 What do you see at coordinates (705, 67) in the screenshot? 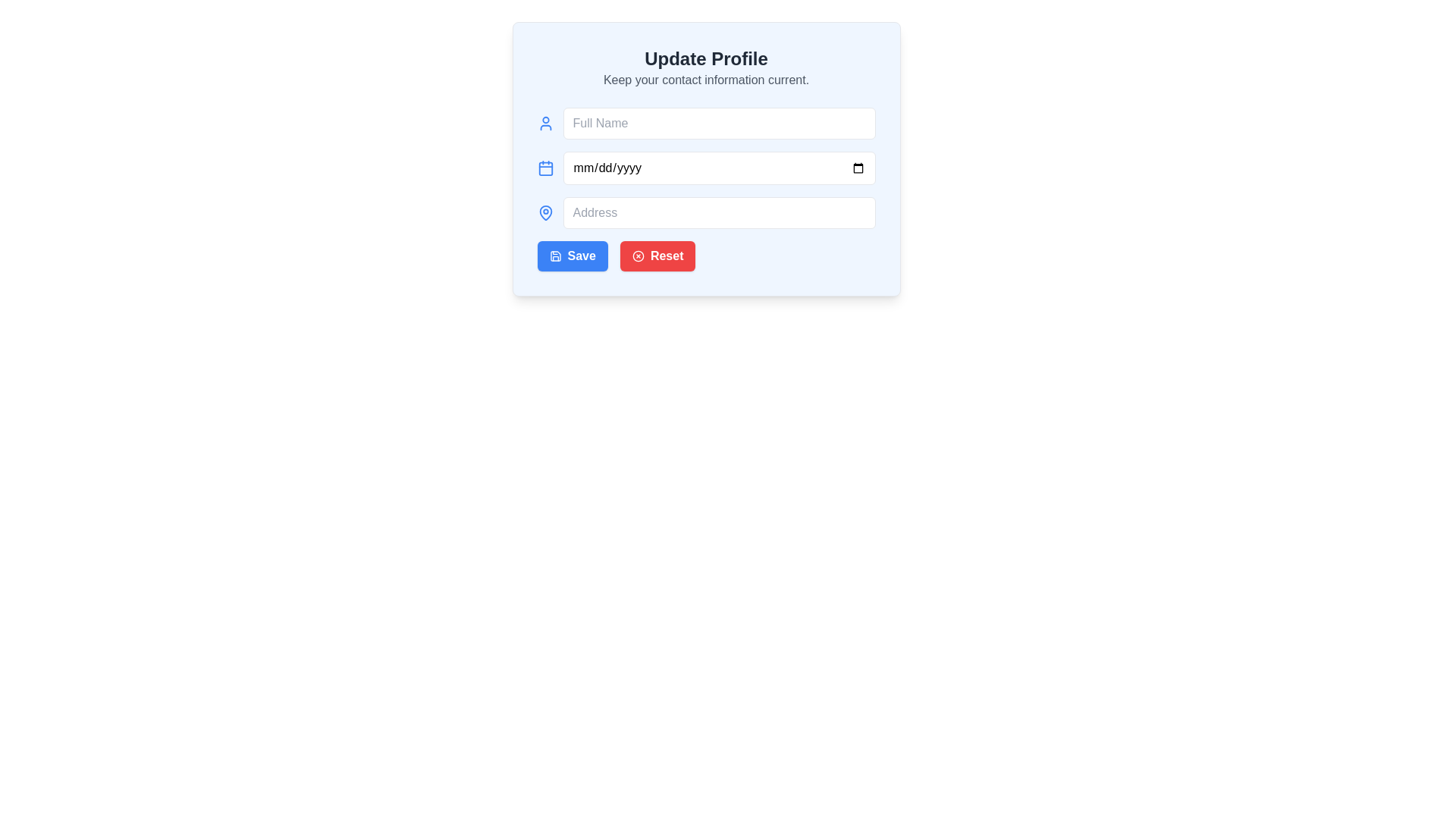
I see `the informational header text for the profile update section, which is positioned at the top center of the profile update form, providing context and instruction for user actions` at bounding box center [705, 67].